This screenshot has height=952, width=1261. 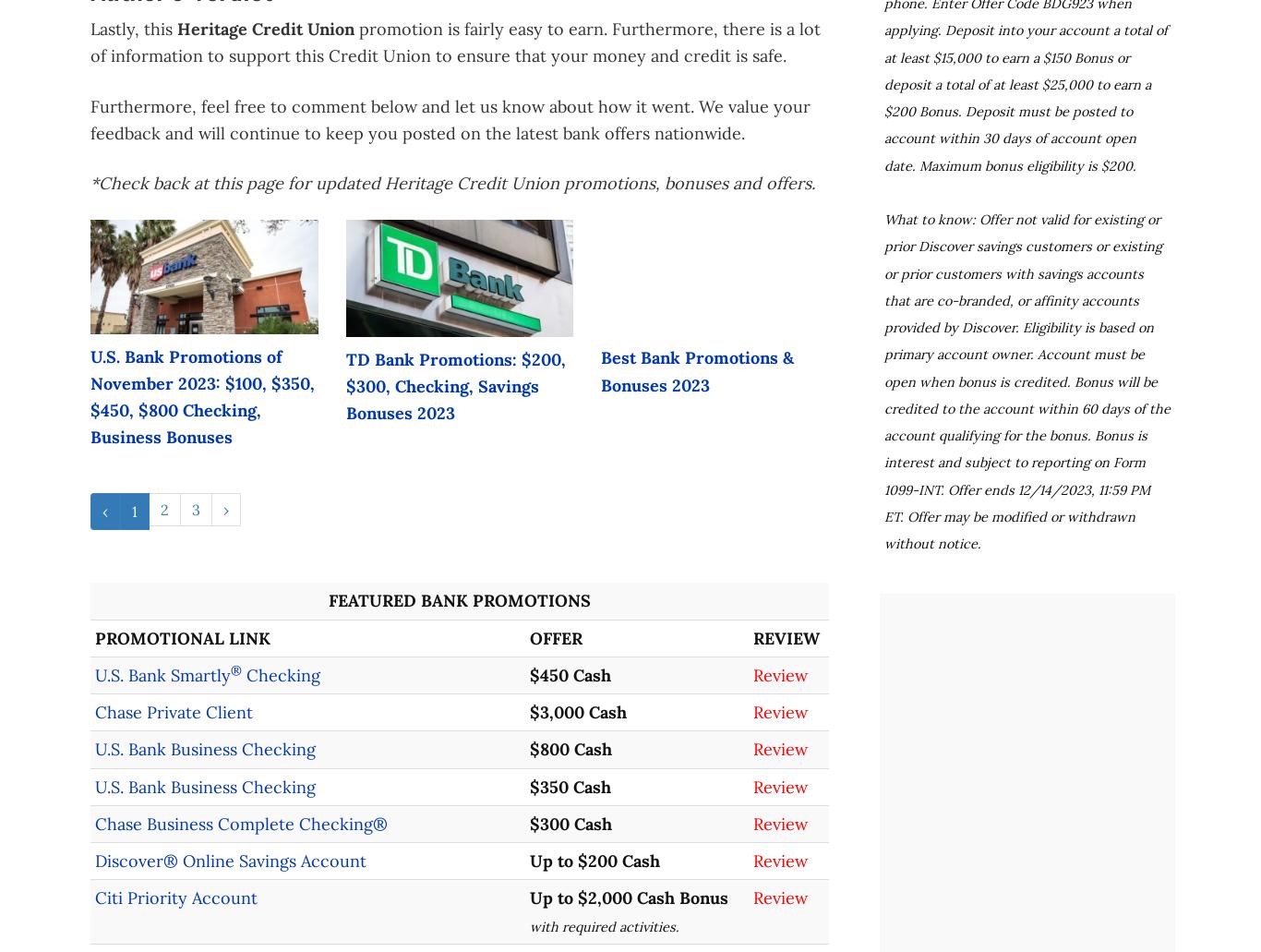 I want to click on 'Lastly, this', so click(x=132, y=29).